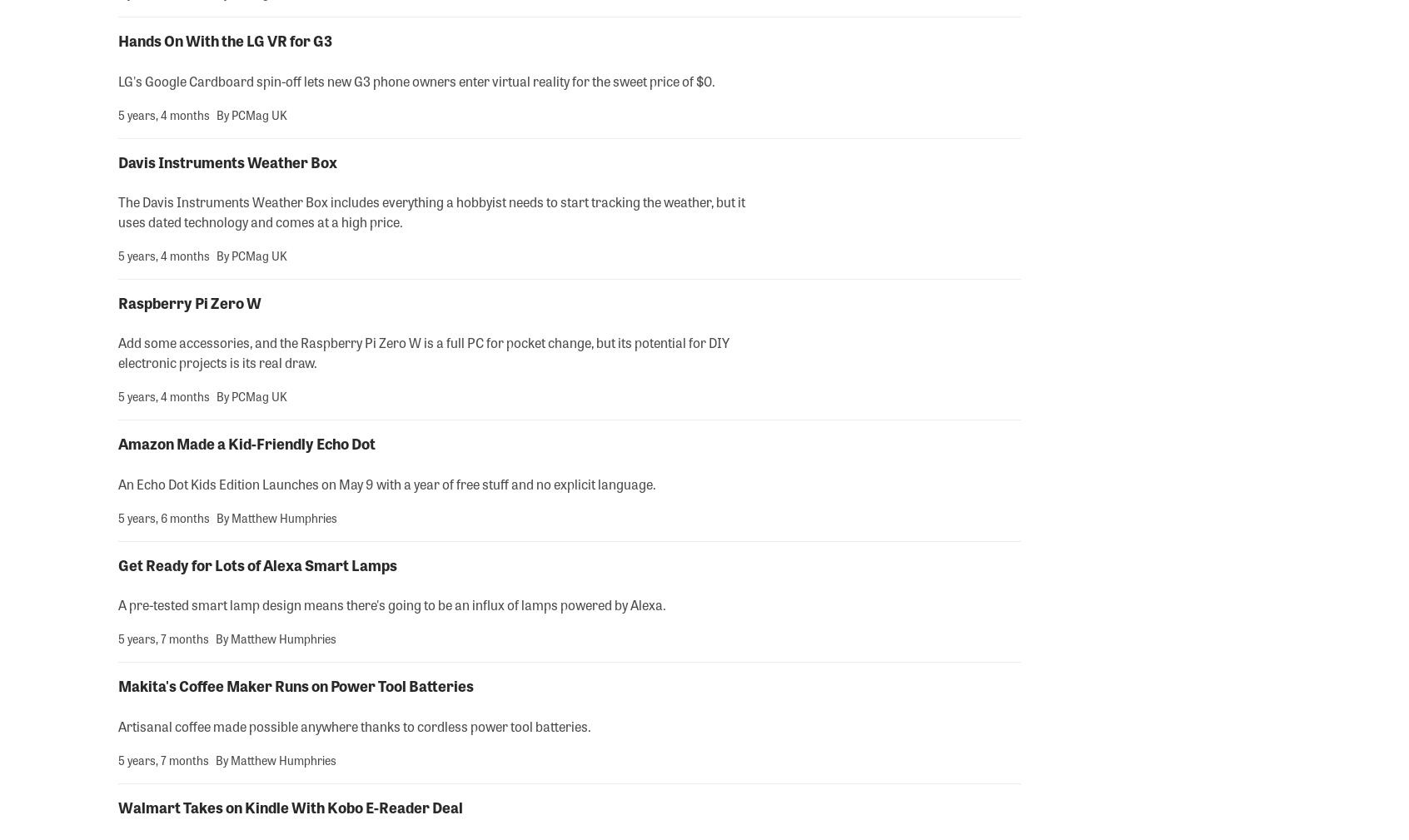 The image size is (1409, 840). Describe the element at coordinates (416, 79) in the screenshot. I see `'LG's Google Cardboard spin-off lets new G3 phone owners enter virtual reality for the sweet price of $0.'` at that location.